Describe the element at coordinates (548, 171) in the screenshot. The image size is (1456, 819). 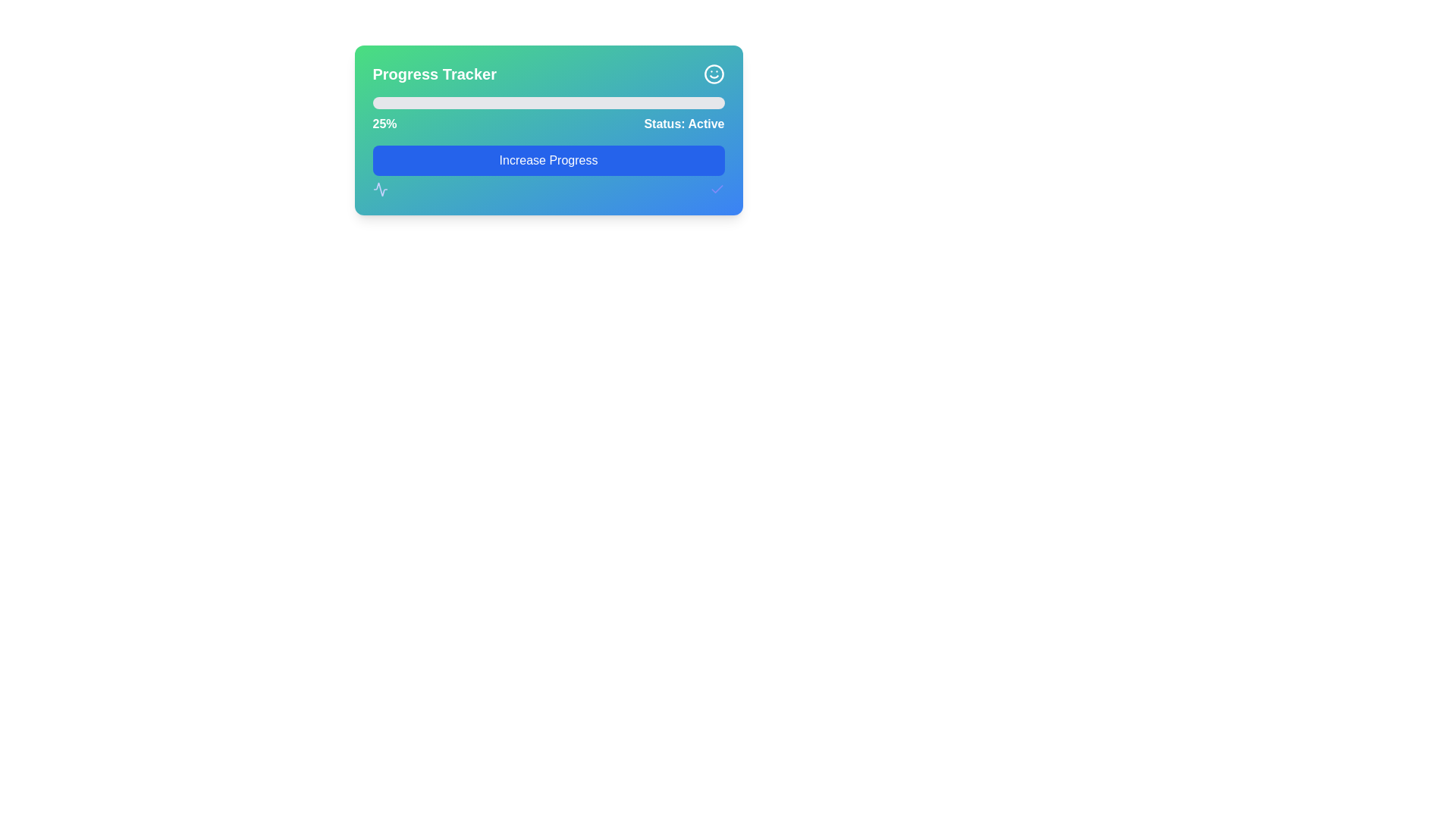
I see `the 'Increase Progress' button, which is a rectangular button with a deep blue background and white text` at that location.